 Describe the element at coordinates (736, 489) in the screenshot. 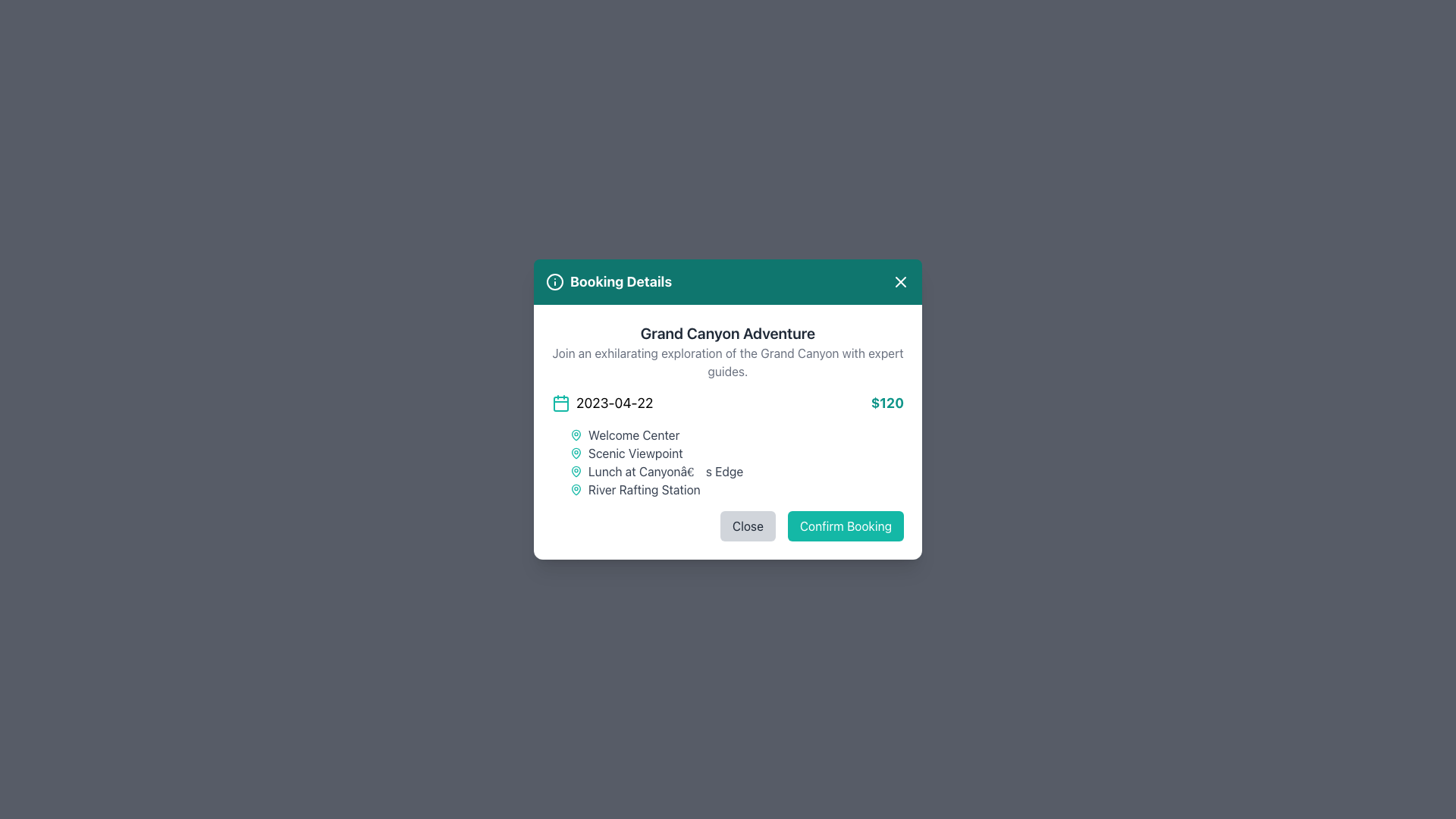

I see `the teal pin icon of the List item displaying 'River Rafting Station'` at that location.